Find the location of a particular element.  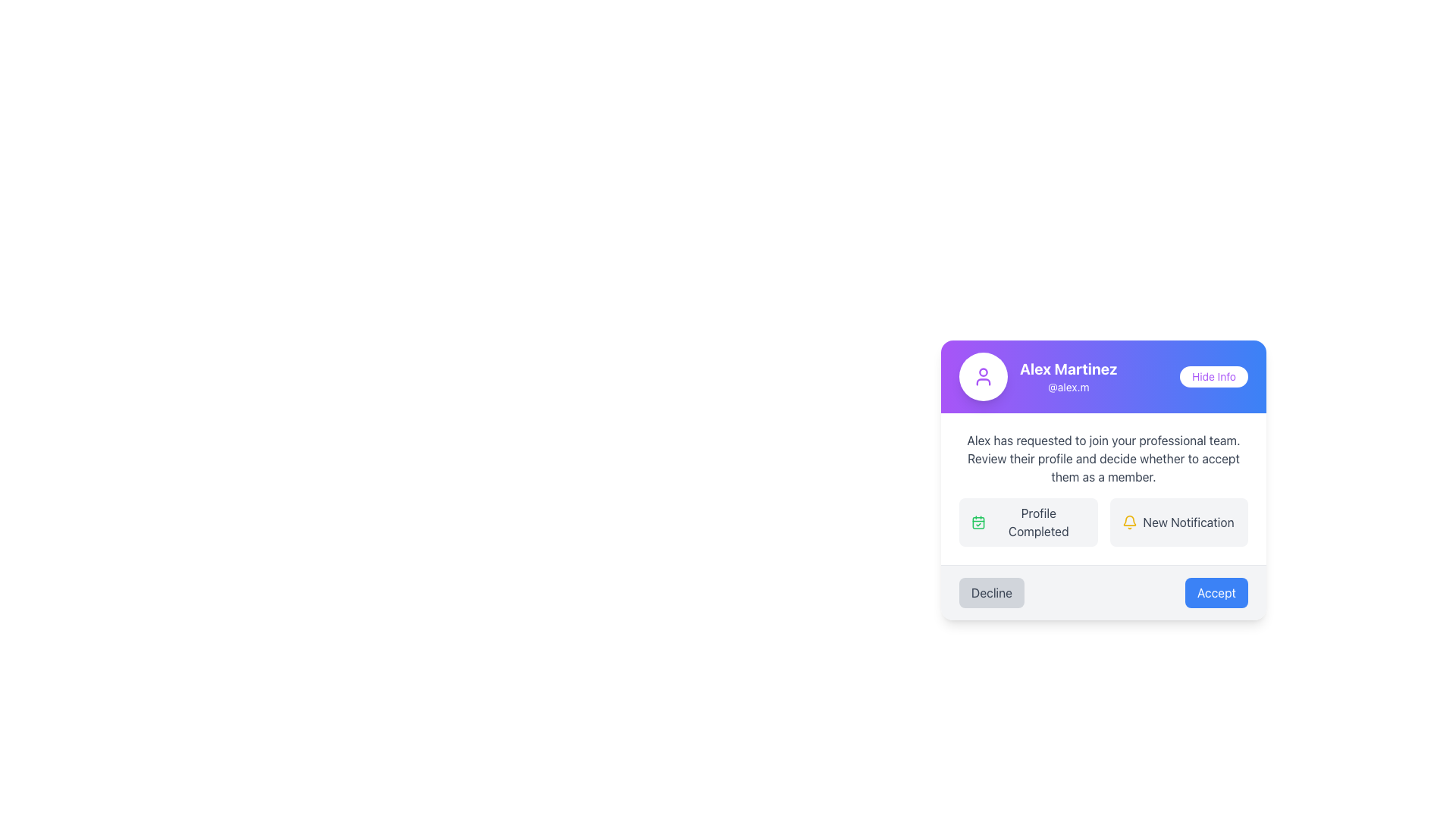

the 'New Notification' text with icon label, which features a yellow bell icon on the left and has a light gray background with rounded corners is located at coordinates (1178, 522).